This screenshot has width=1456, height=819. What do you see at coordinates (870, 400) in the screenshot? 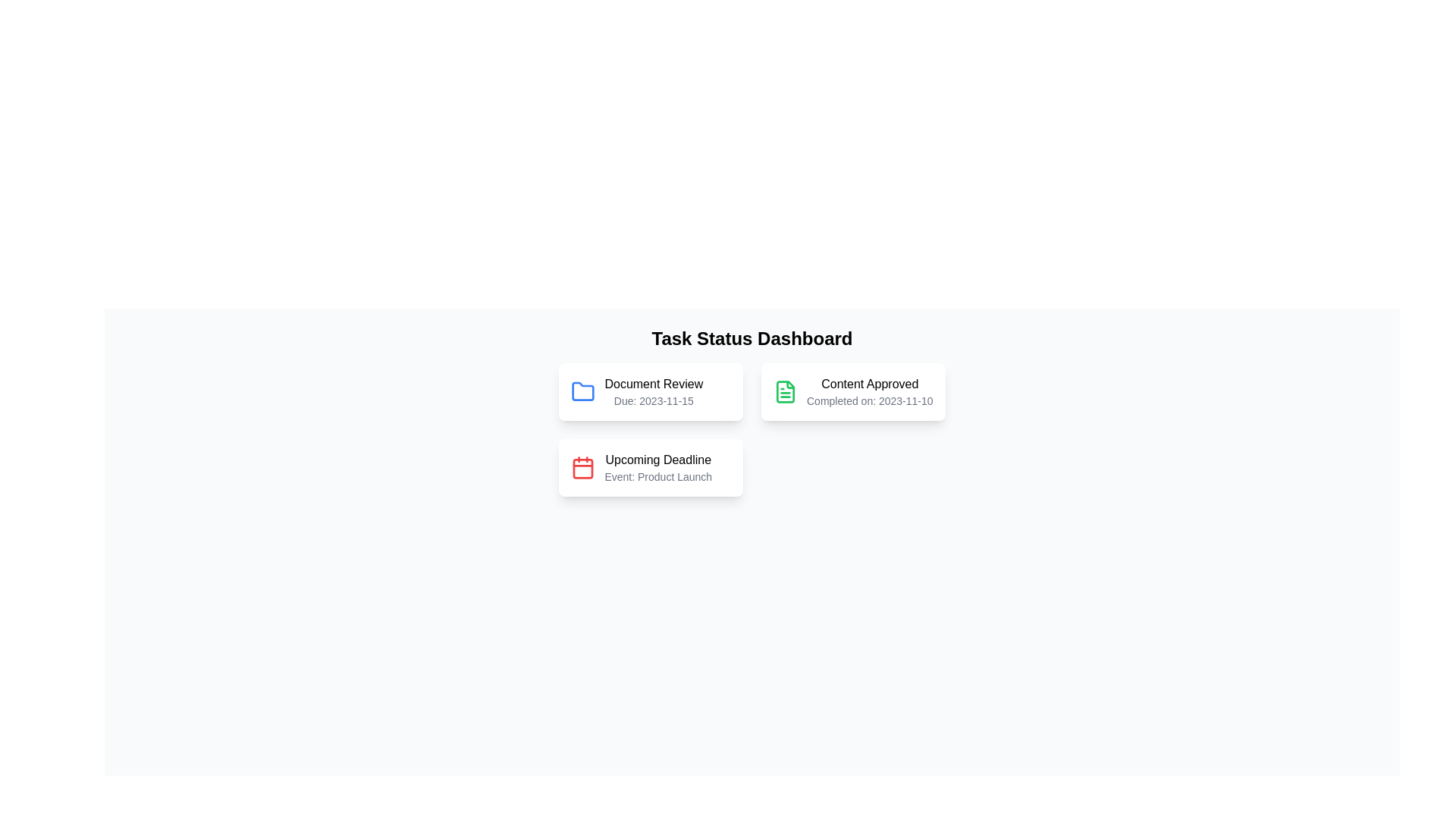
I see `the static text displaying 'Completed on: 2023-11-10', which is located beneath the 'Content Approved' title in the card labeled 'Content Approved'` at bounding box center [870, 400].